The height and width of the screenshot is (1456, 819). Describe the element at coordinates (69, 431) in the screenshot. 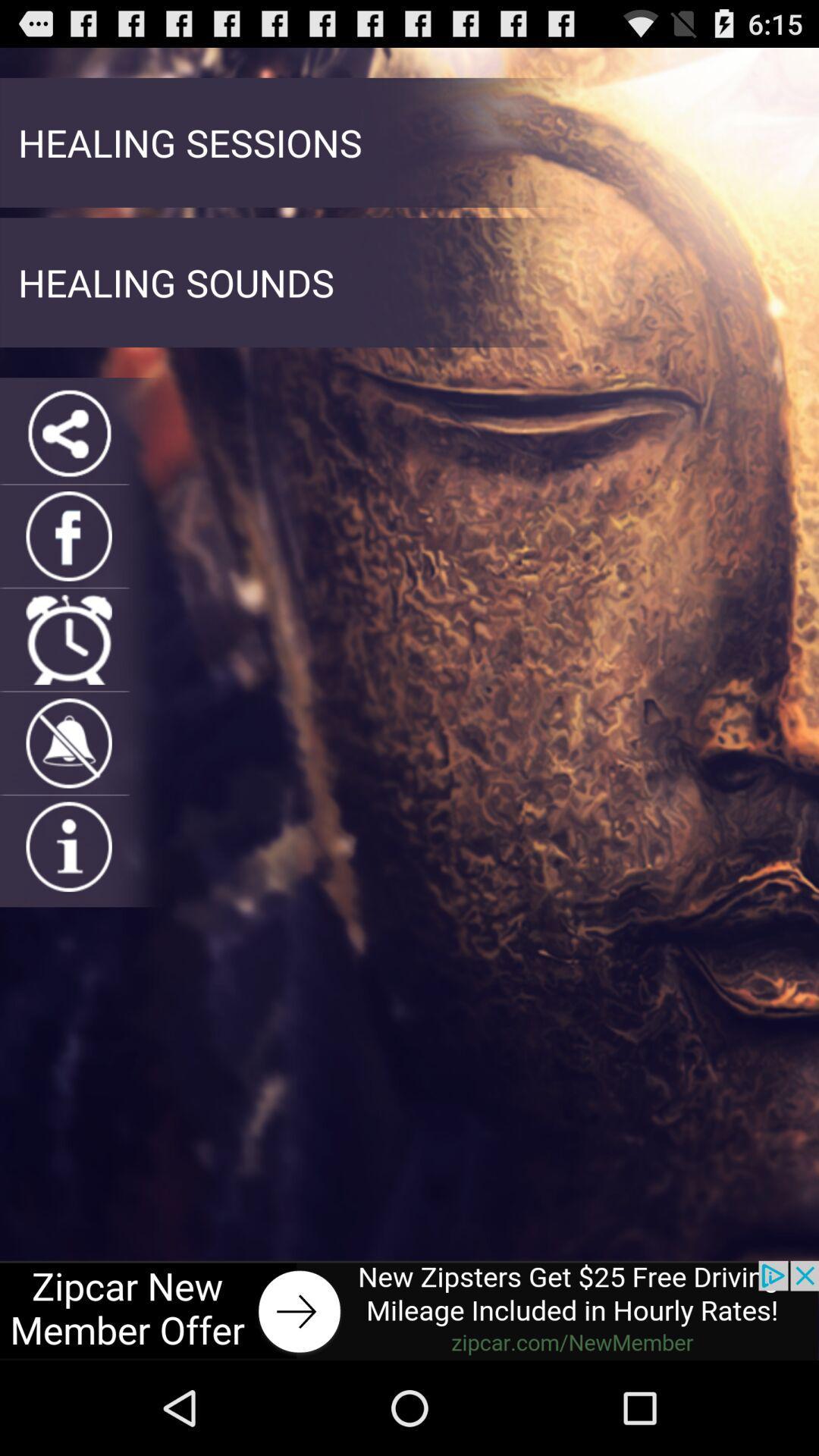

I see `share with others` at that location.